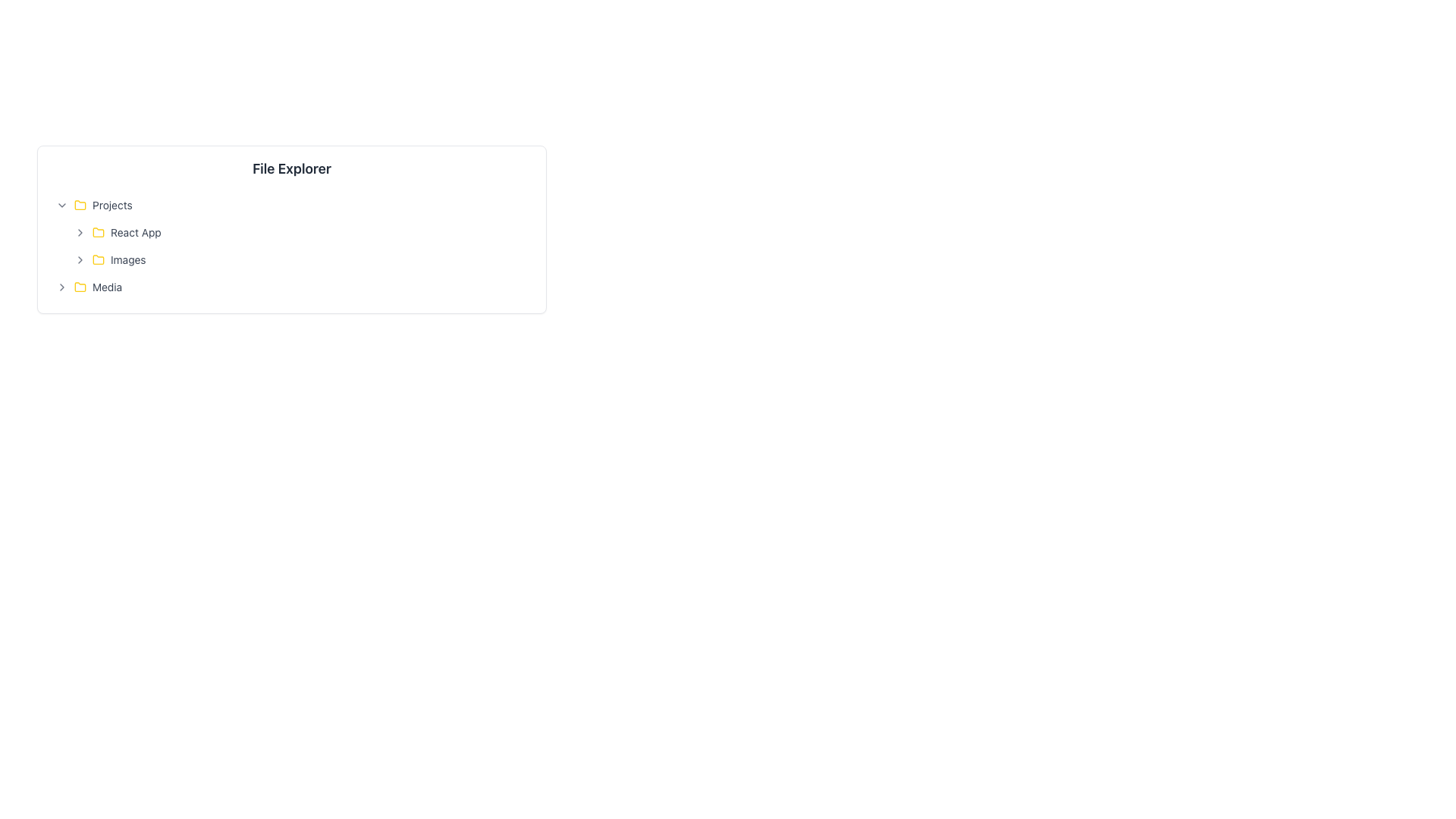 This screenshot has height=819, width=1456. Describe the element at coordinates (61, 205) in the screenshot. I see `the downward-pointing chevron icon next to the 'Projects' label` at that location.